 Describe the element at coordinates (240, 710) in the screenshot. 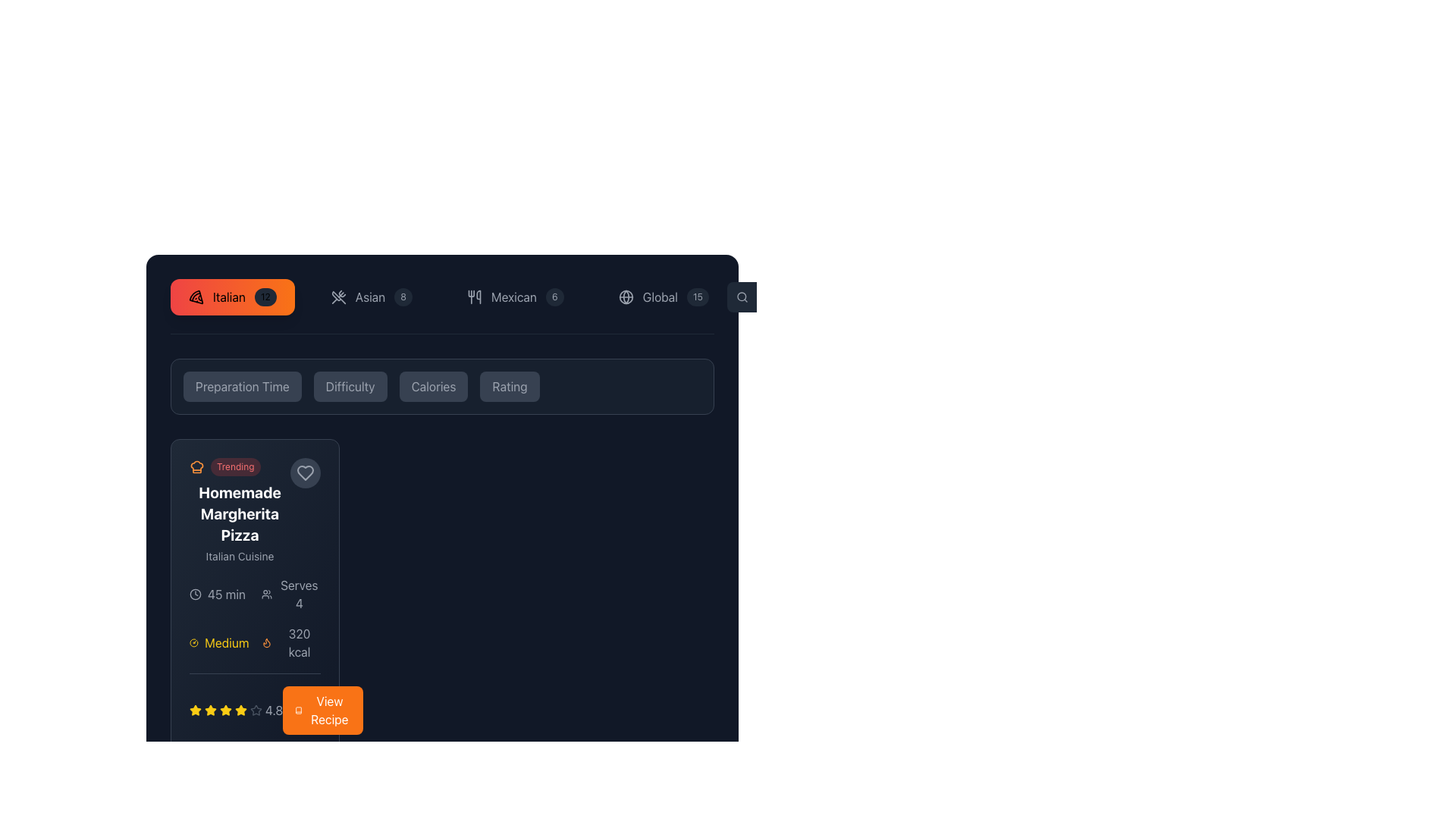

I see `the second star icon in the rating widget` at that location.